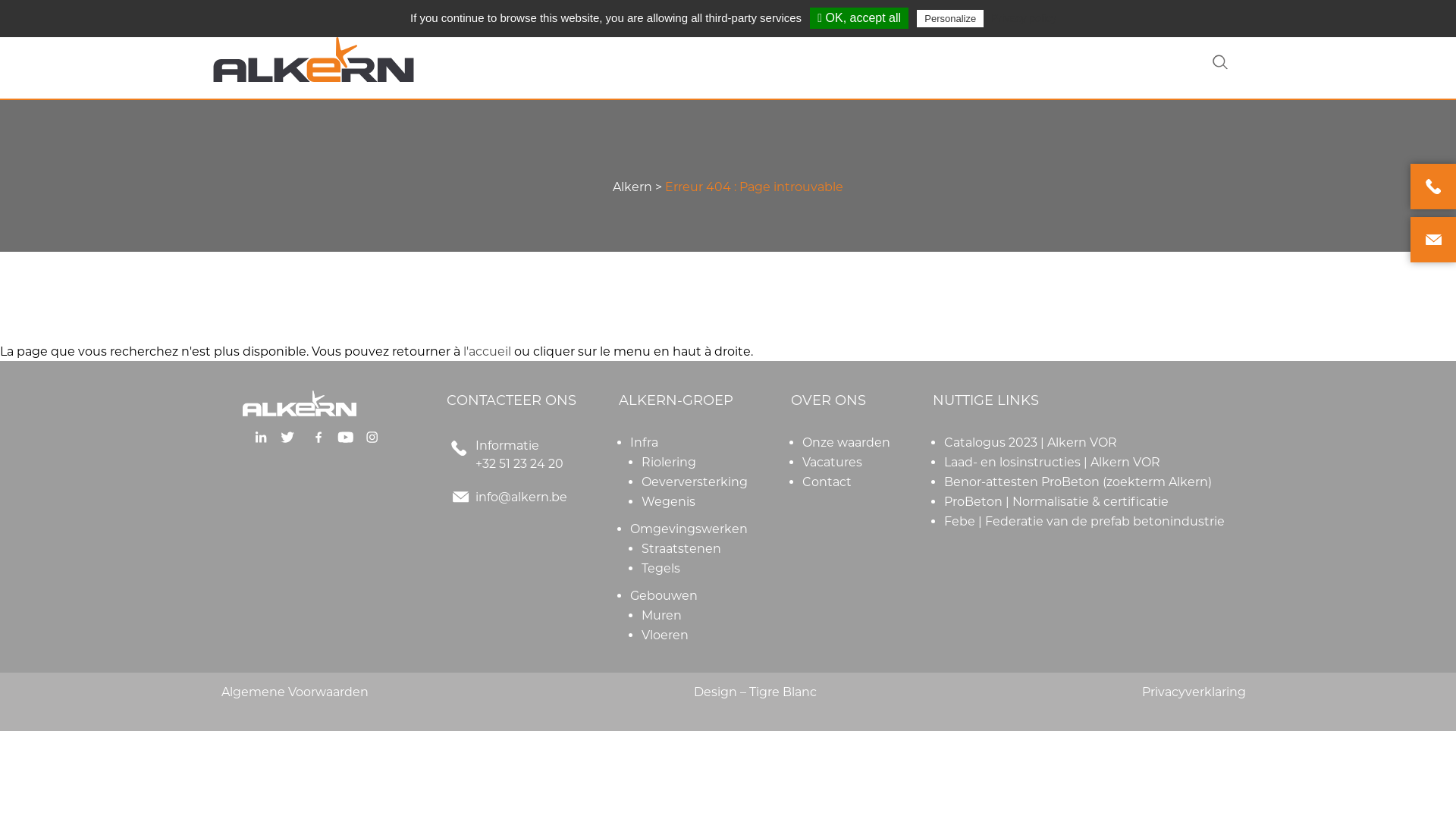 The image size is (1456, 819). Describe the element at coordinates (294, 692) in the screenshot. I see `'Algemene Voorwaarden'` at that location.